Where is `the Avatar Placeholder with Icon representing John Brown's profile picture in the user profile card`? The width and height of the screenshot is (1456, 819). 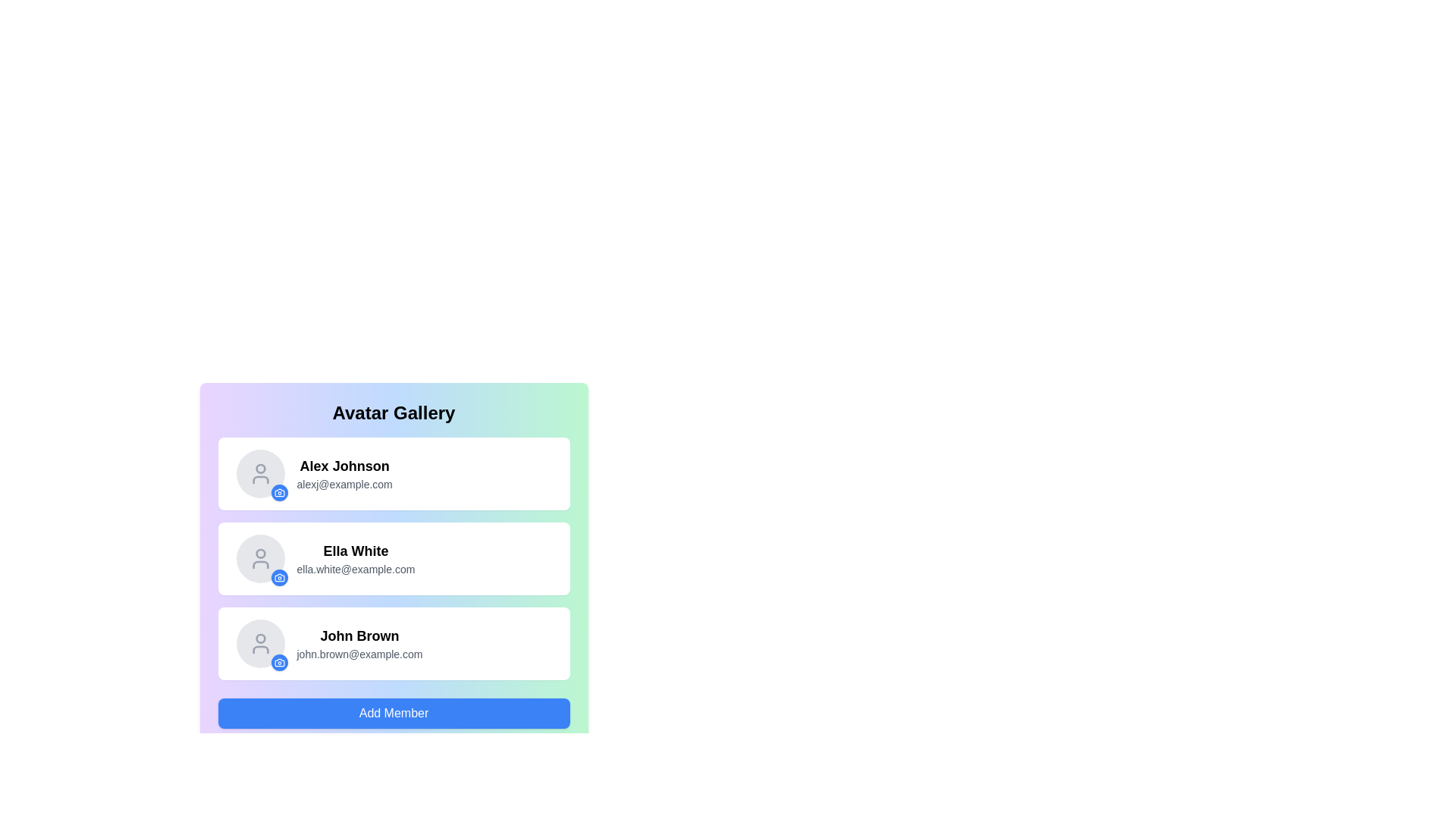 the Avatar Placeholder with Icon representing John Brown's profile picture in the user profile card is located at coordinates (260, 643).